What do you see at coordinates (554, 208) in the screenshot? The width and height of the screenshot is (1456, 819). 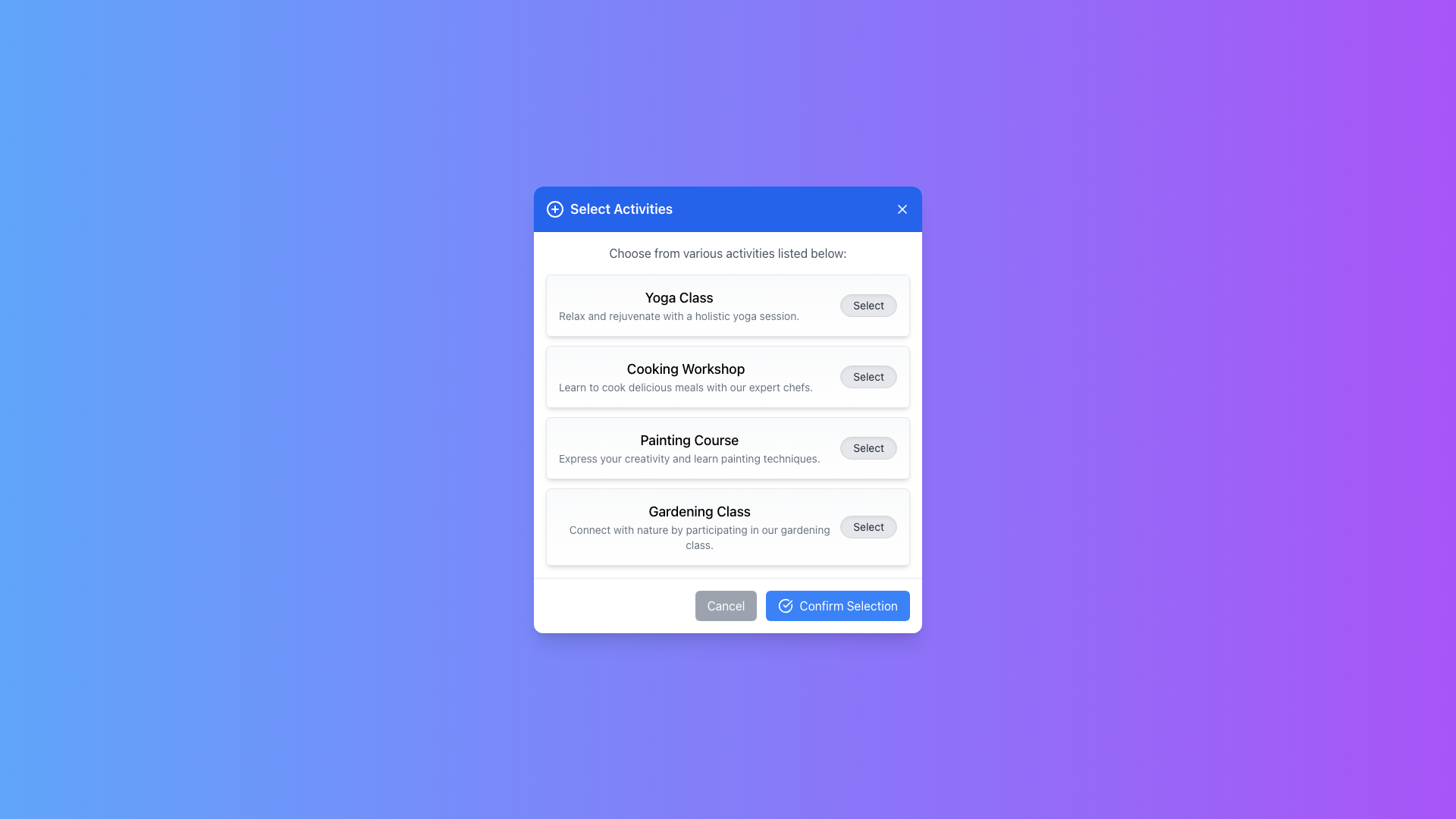 I see `the interactive icon associated with adding activities in the 'Select Activities' section` at bounding box center [554, 208].